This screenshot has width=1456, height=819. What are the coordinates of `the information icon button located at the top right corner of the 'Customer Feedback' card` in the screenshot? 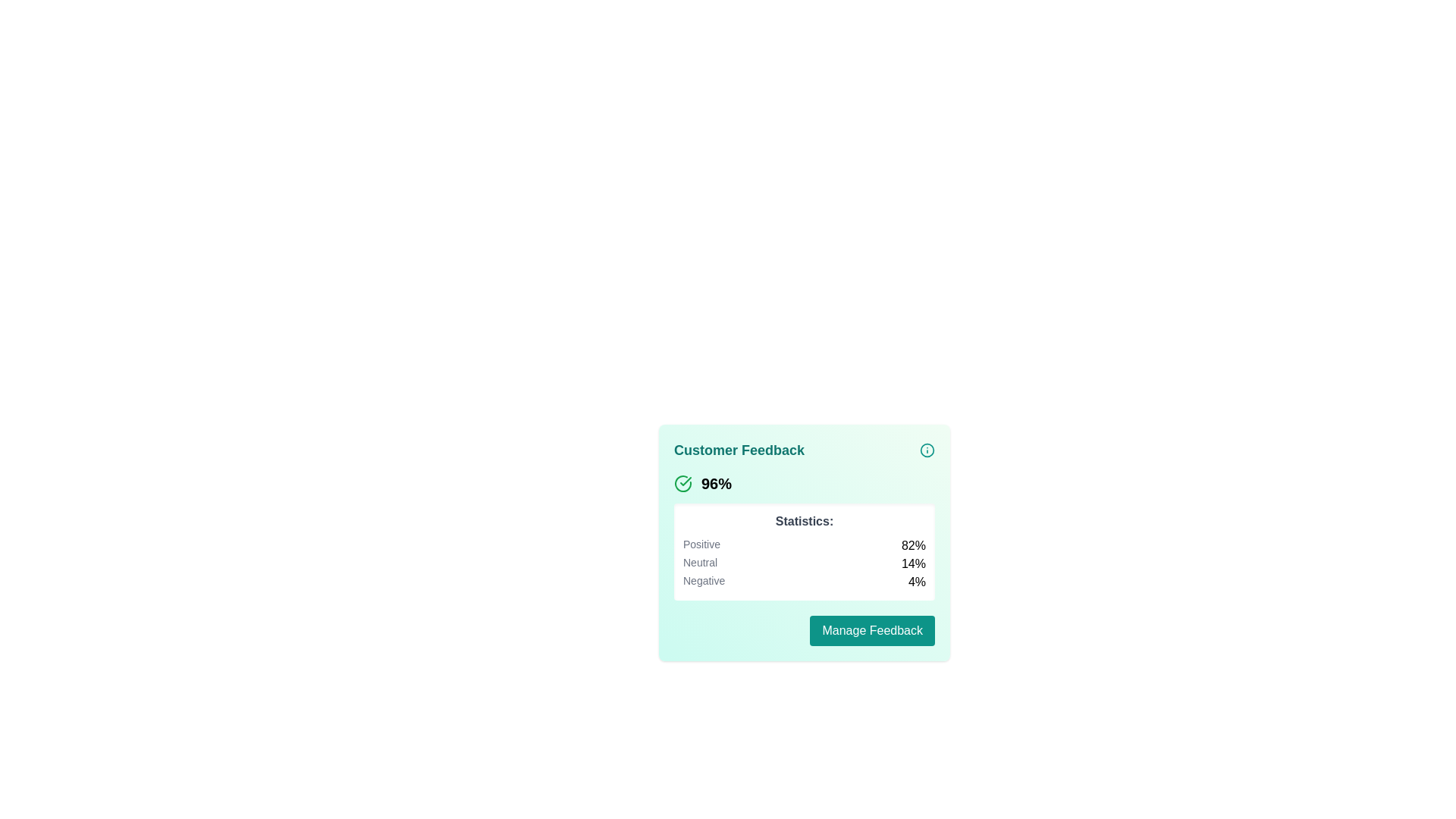 It's located at (927, 450).